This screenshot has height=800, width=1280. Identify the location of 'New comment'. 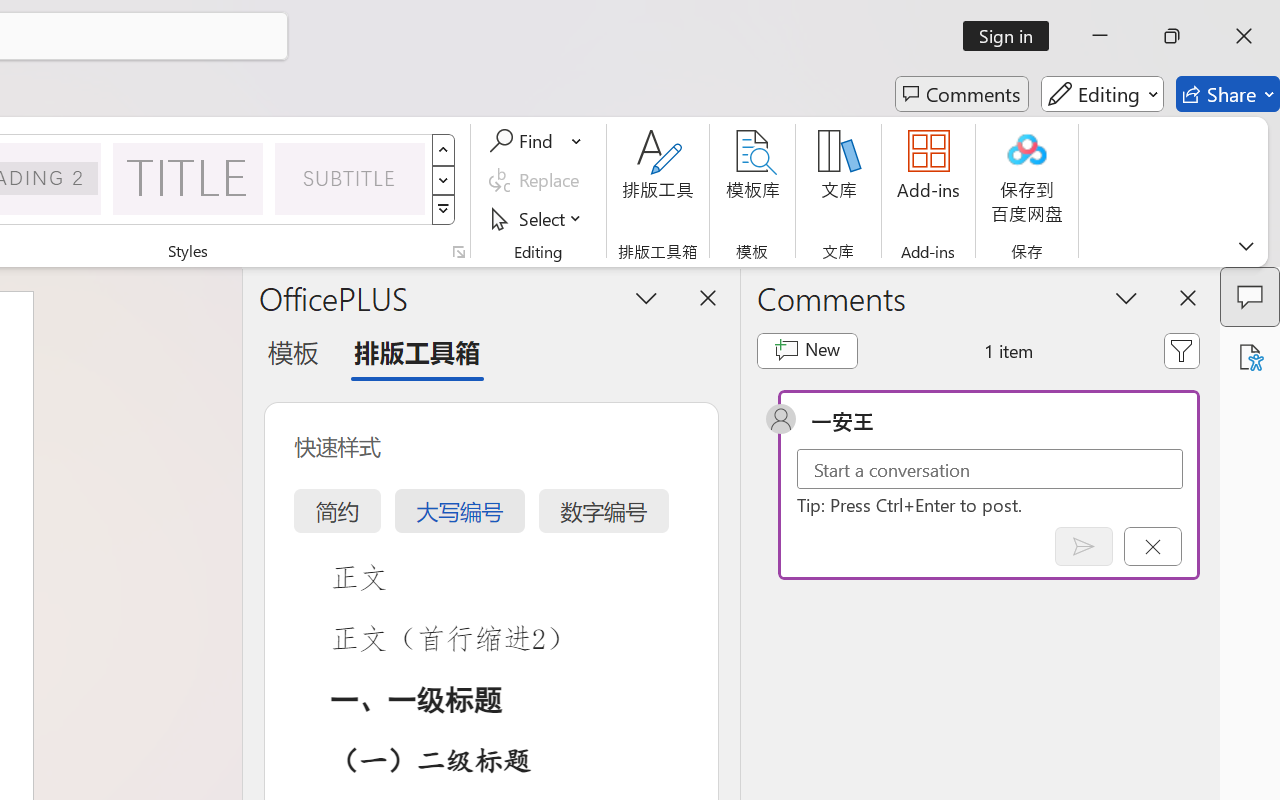
(807, 350).